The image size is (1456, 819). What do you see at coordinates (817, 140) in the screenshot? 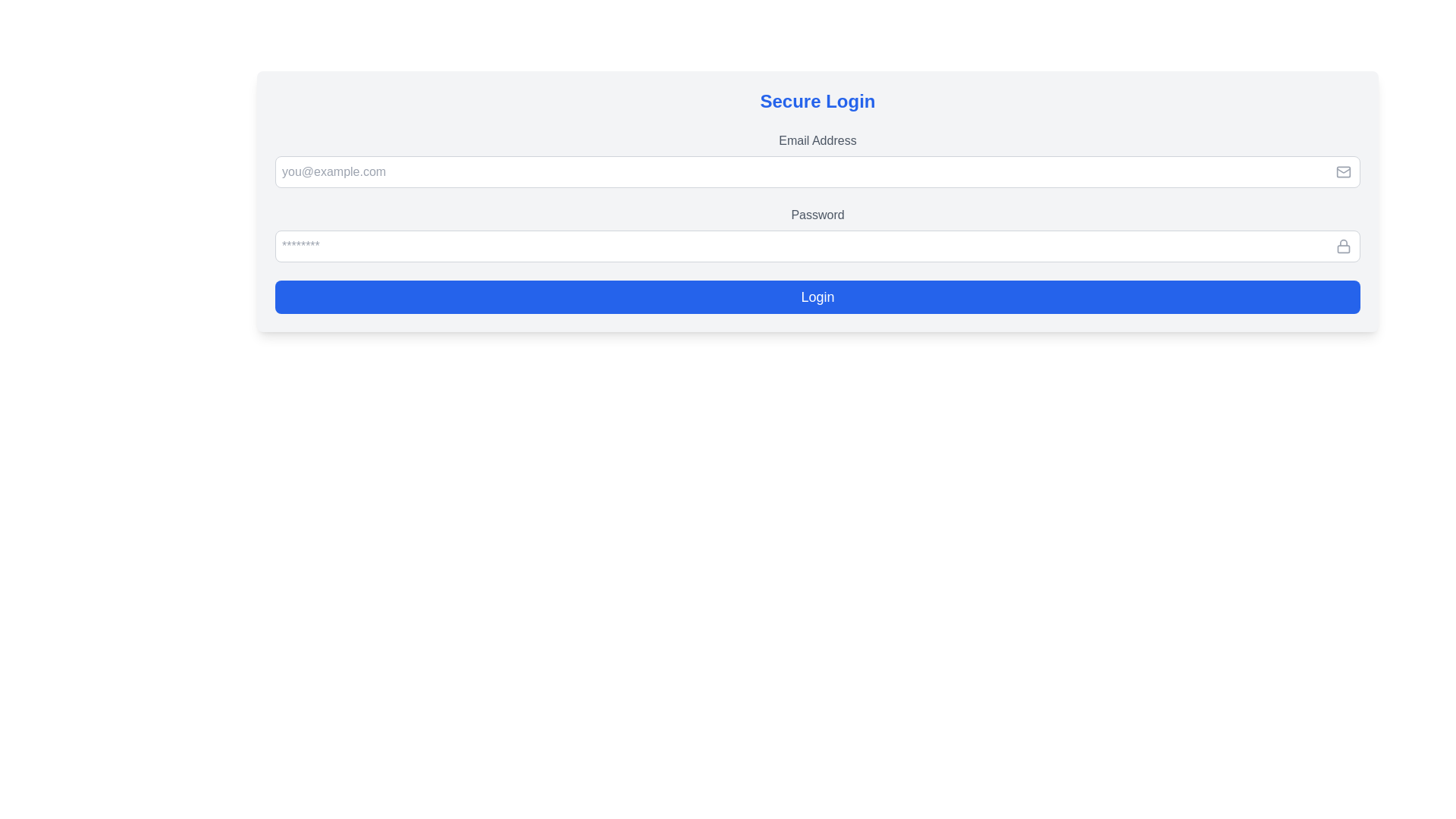
I see `the label text that provides contextual information for the email input field, located centrally within the form above the password field` at bounding box center [817, 140].